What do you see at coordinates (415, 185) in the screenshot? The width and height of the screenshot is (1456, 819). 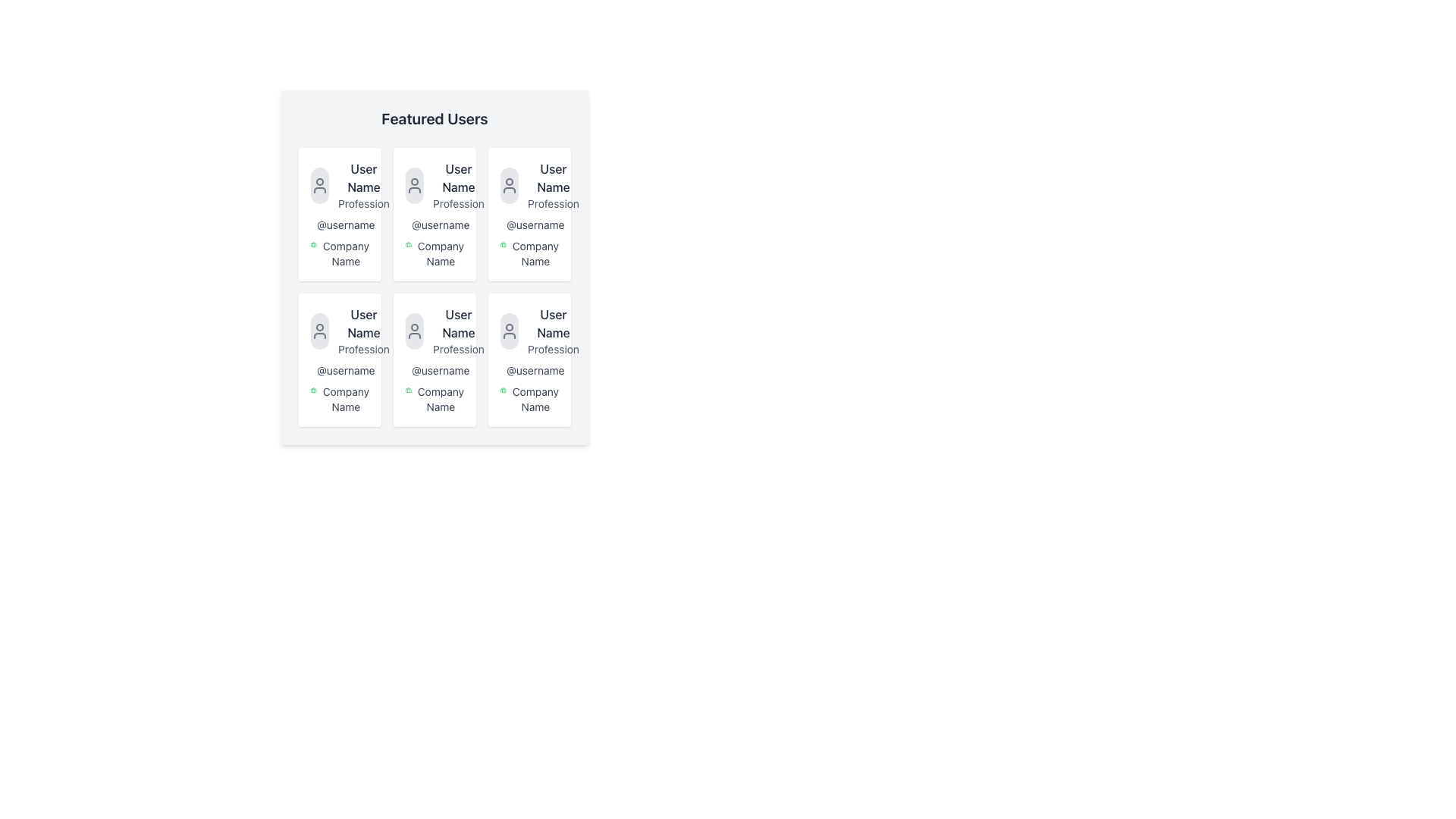 I see `the circular Profile Placeholder element which has a gray background and a user-like icon centered within it` at bounding box center [415, 185].